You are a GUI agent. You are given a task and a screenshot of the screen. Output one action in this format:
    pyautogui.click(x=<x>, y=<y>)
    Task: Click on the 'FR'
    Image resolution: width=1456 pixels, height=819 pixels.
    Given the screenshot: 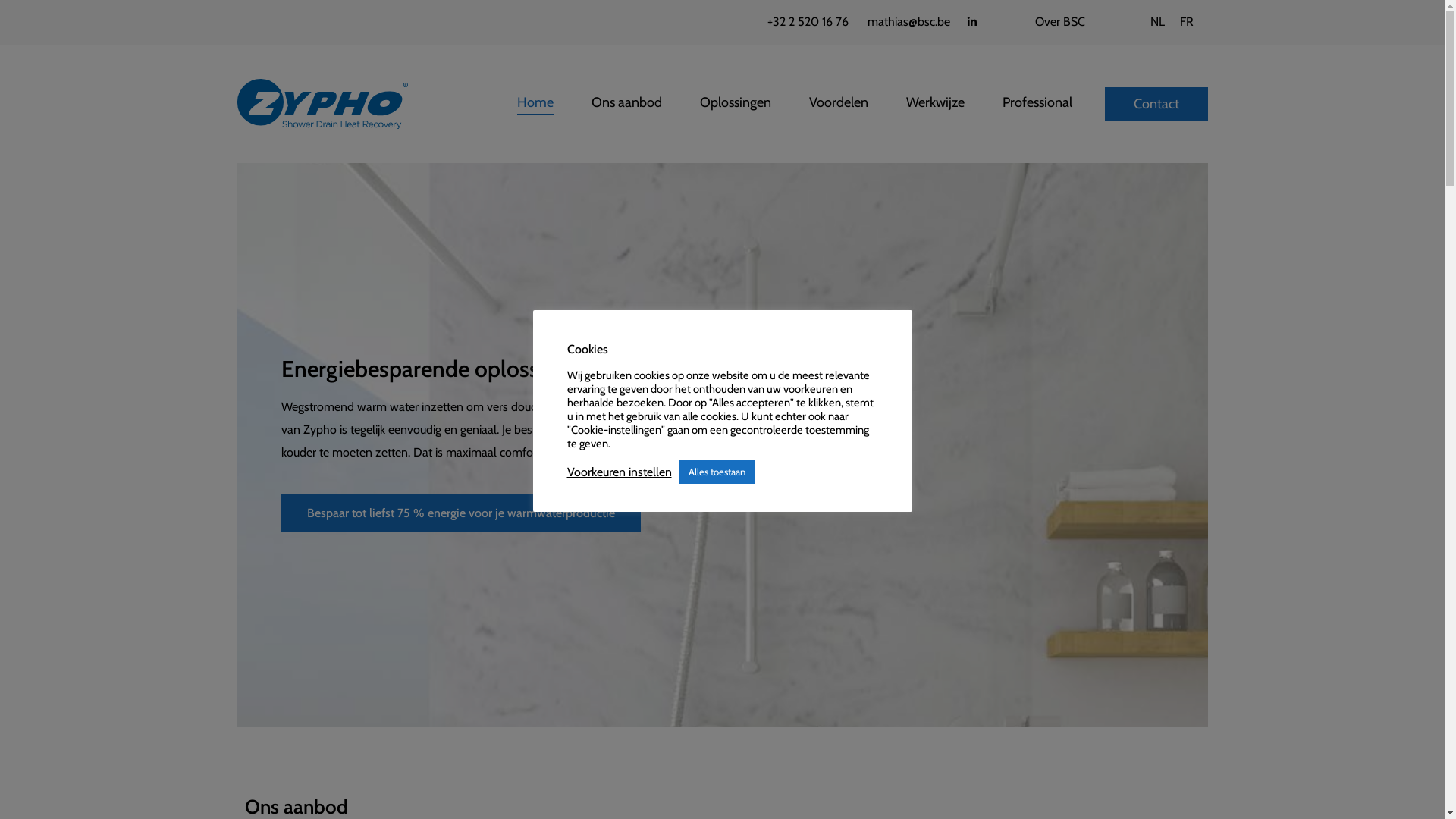 What is the action you would take?
    pyautogui.click(x=1171, y=22)
    